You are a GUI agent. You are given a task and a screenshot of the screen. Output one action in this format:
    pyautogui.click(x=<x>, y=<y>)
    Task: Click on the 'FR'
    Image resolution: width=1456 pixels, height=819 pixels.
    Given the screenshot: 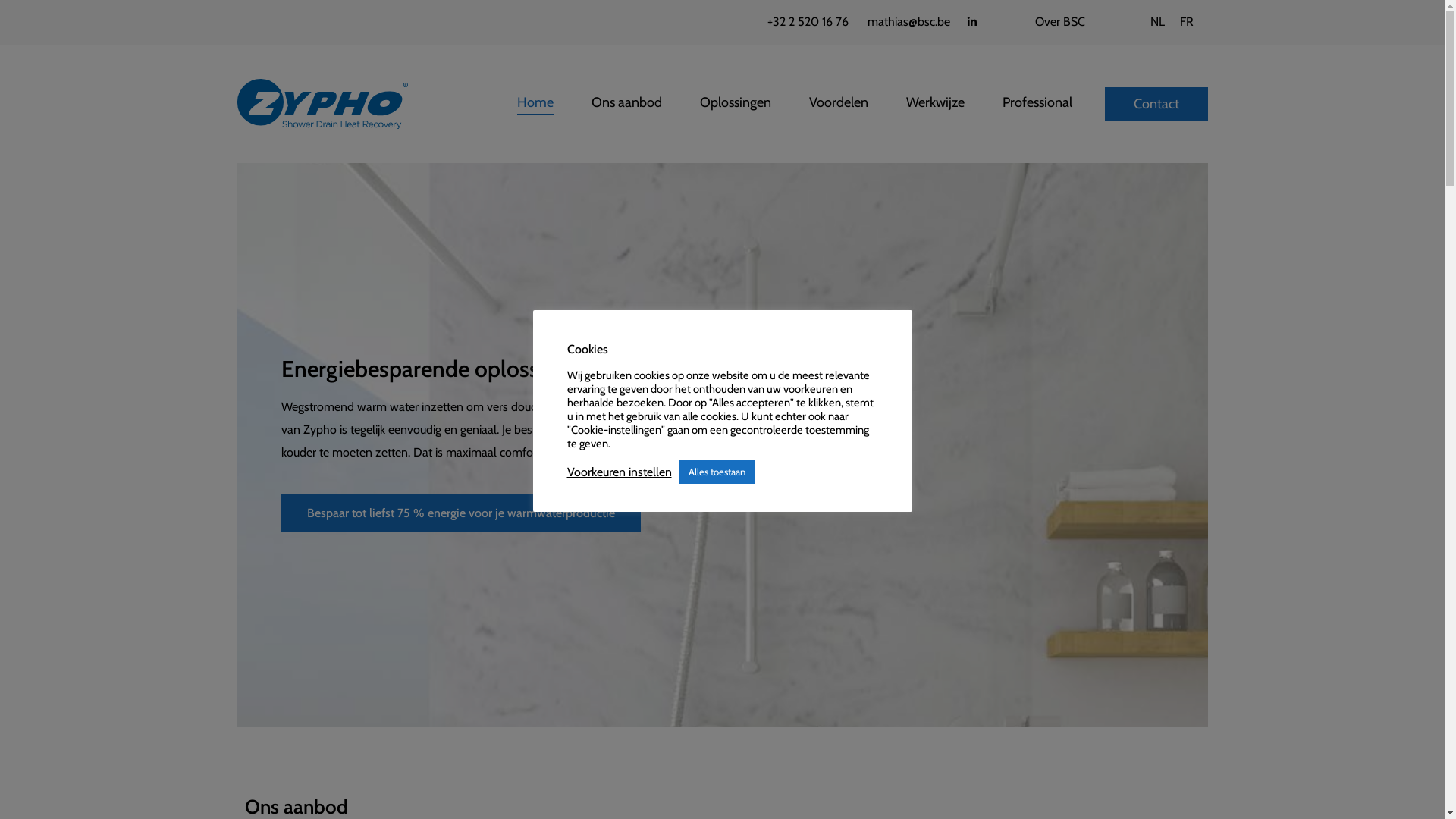 What is the action you would take?
    pyautogui.click(x=1171, y=22)
    